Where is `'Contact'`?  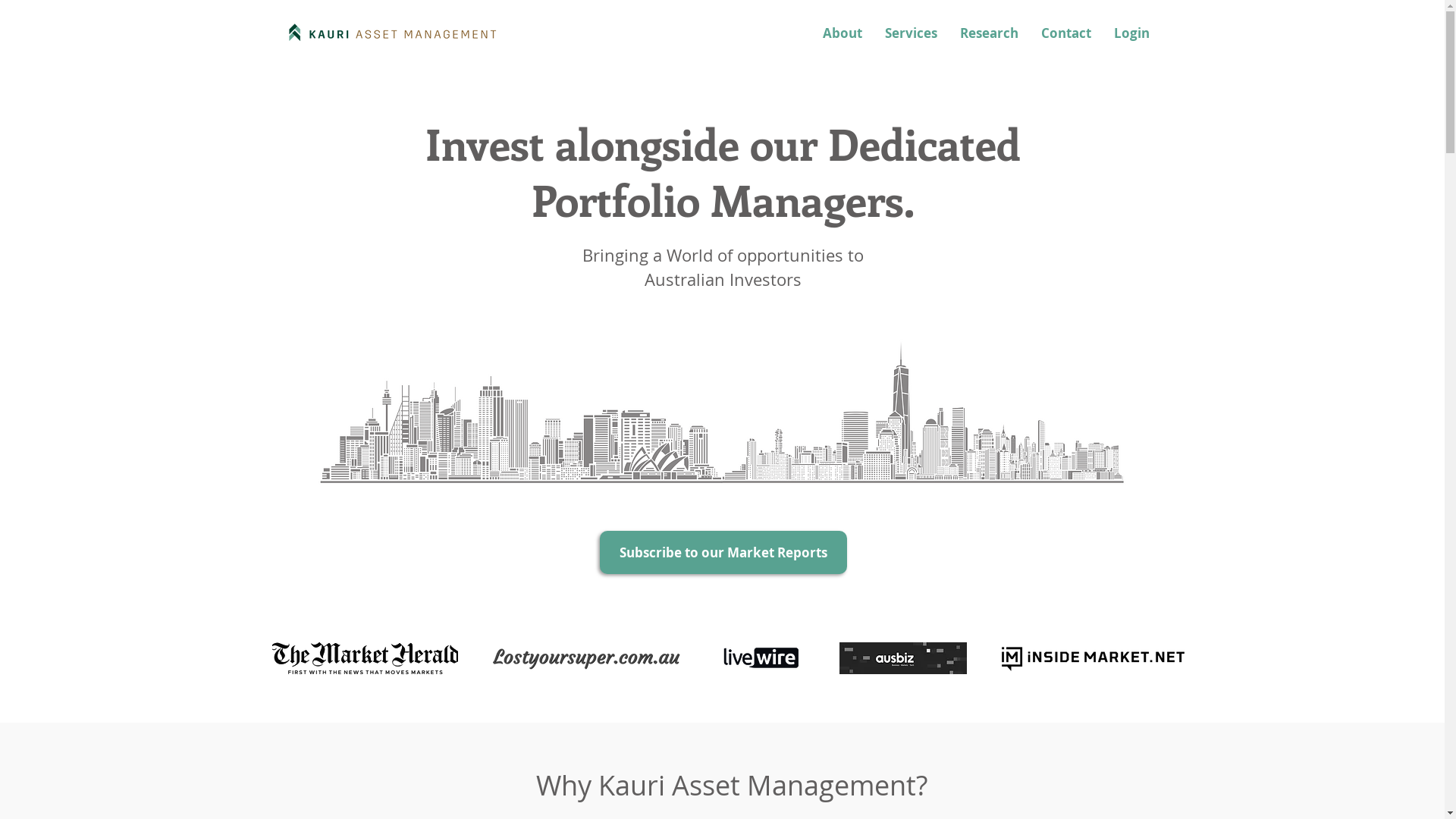 'Contact' is located at coordinates (1065, 33).